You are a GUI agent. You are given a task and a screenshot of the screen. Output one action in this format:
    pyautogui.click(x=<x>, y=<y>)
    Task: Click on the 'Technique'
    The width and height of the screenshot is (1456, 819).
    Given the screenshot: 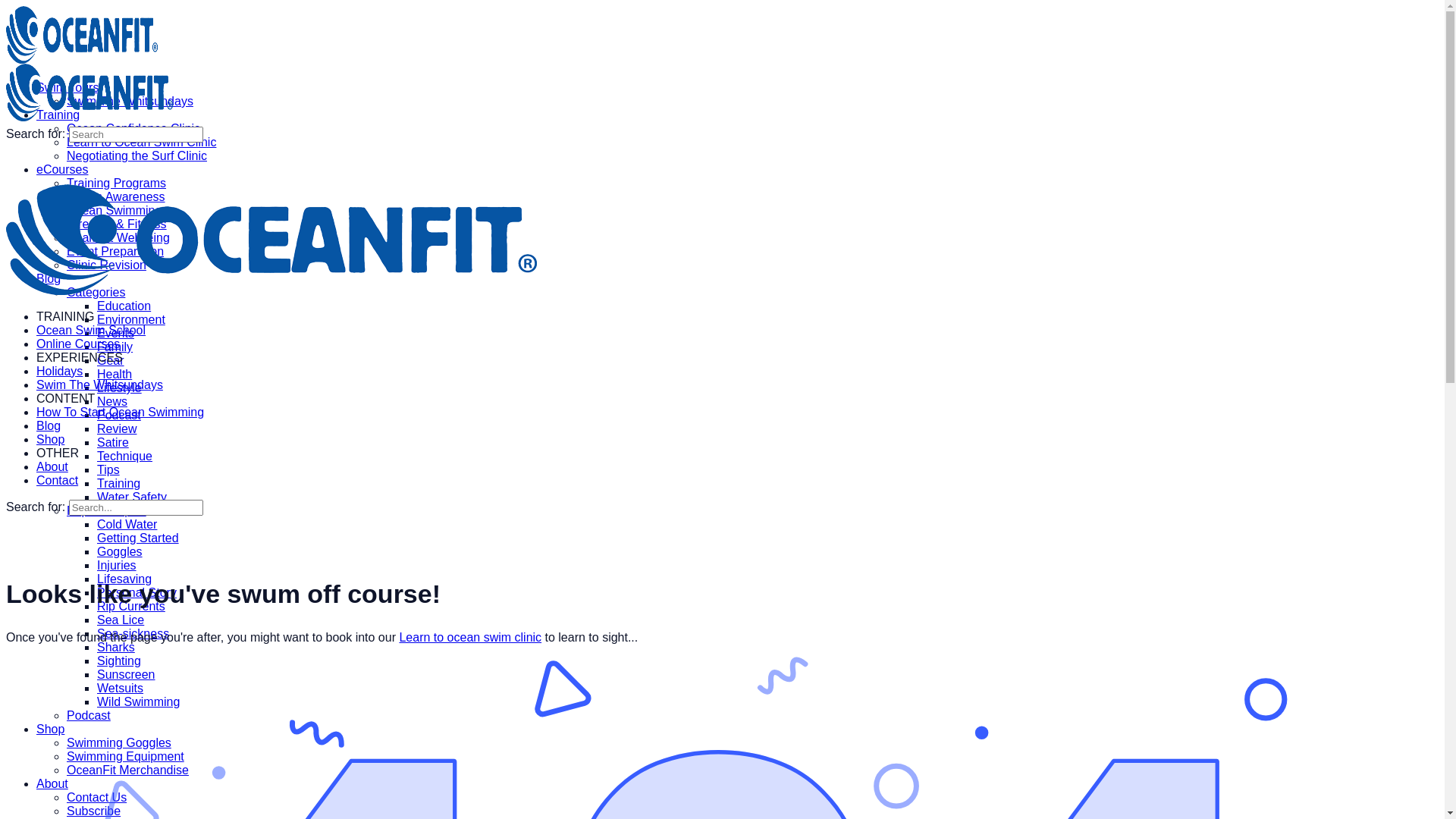 What is the action you would take?
    pyautogui.click(x=124, y=455)
    